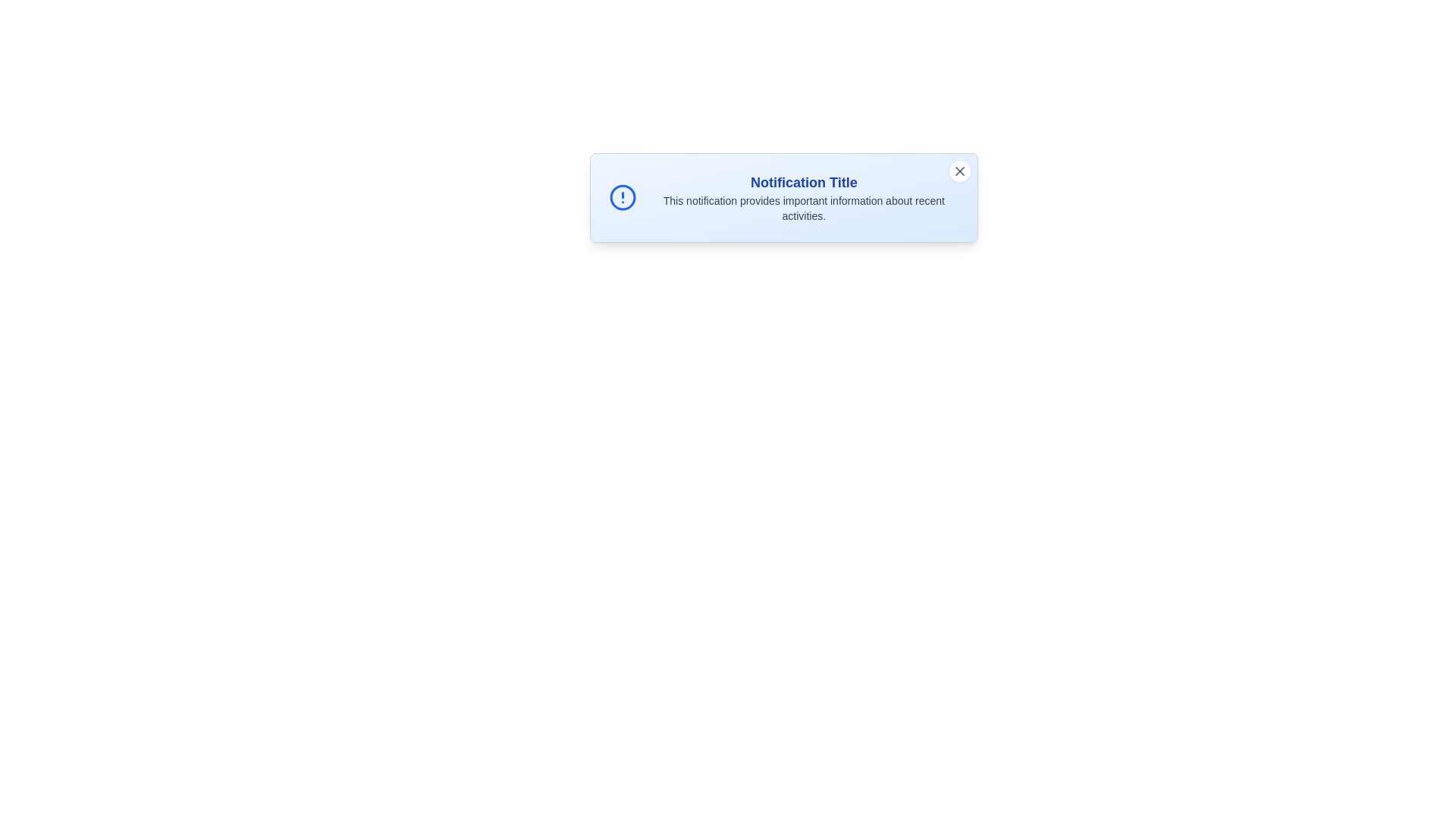  I want to click on the small, gray 'X' Close button located in the top-right corner of the notification panel, so click(959, 171).